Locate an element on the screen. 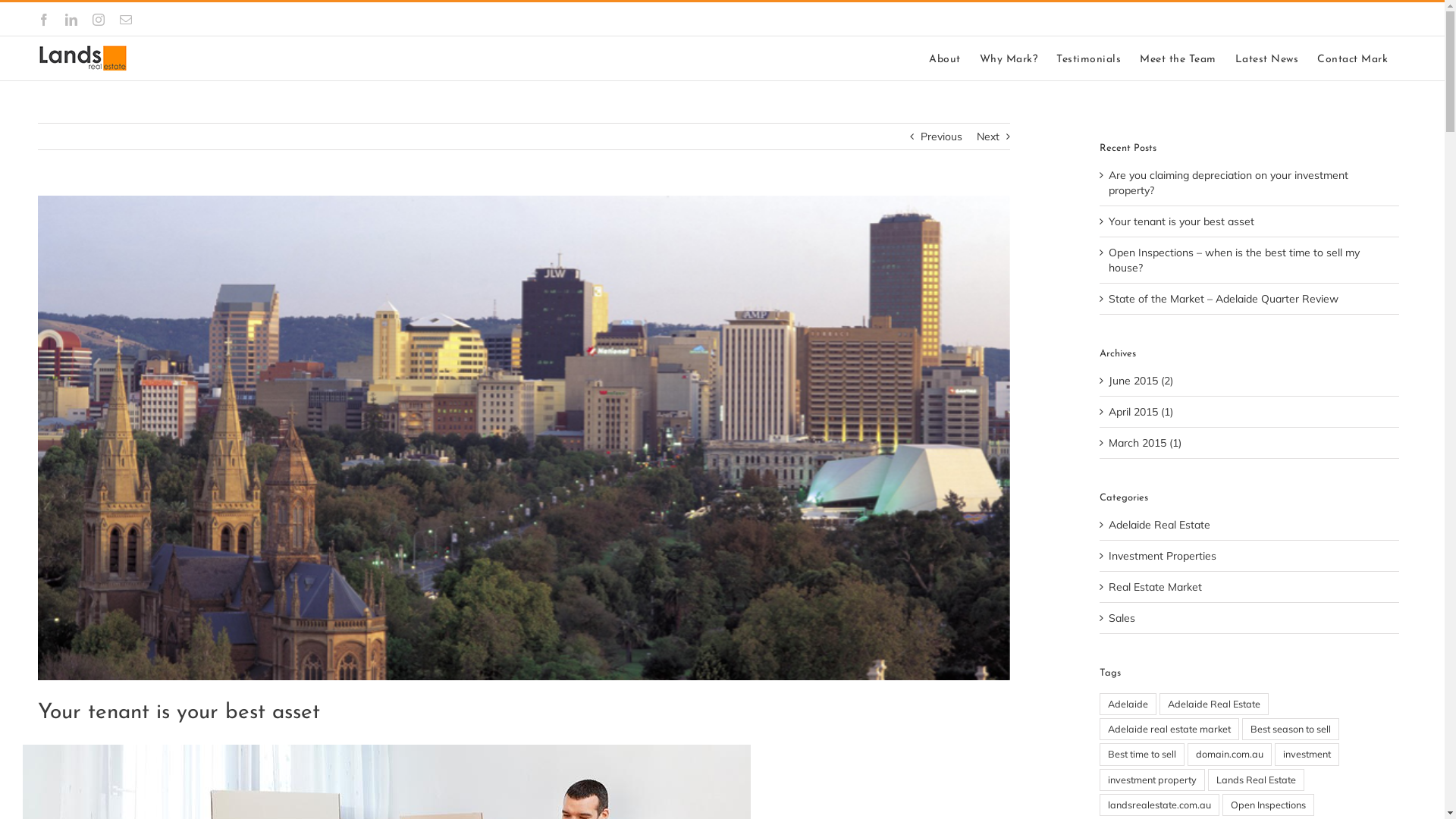 The image size is (1456, 819). 'Previous' is located at coordinates (920, 136).